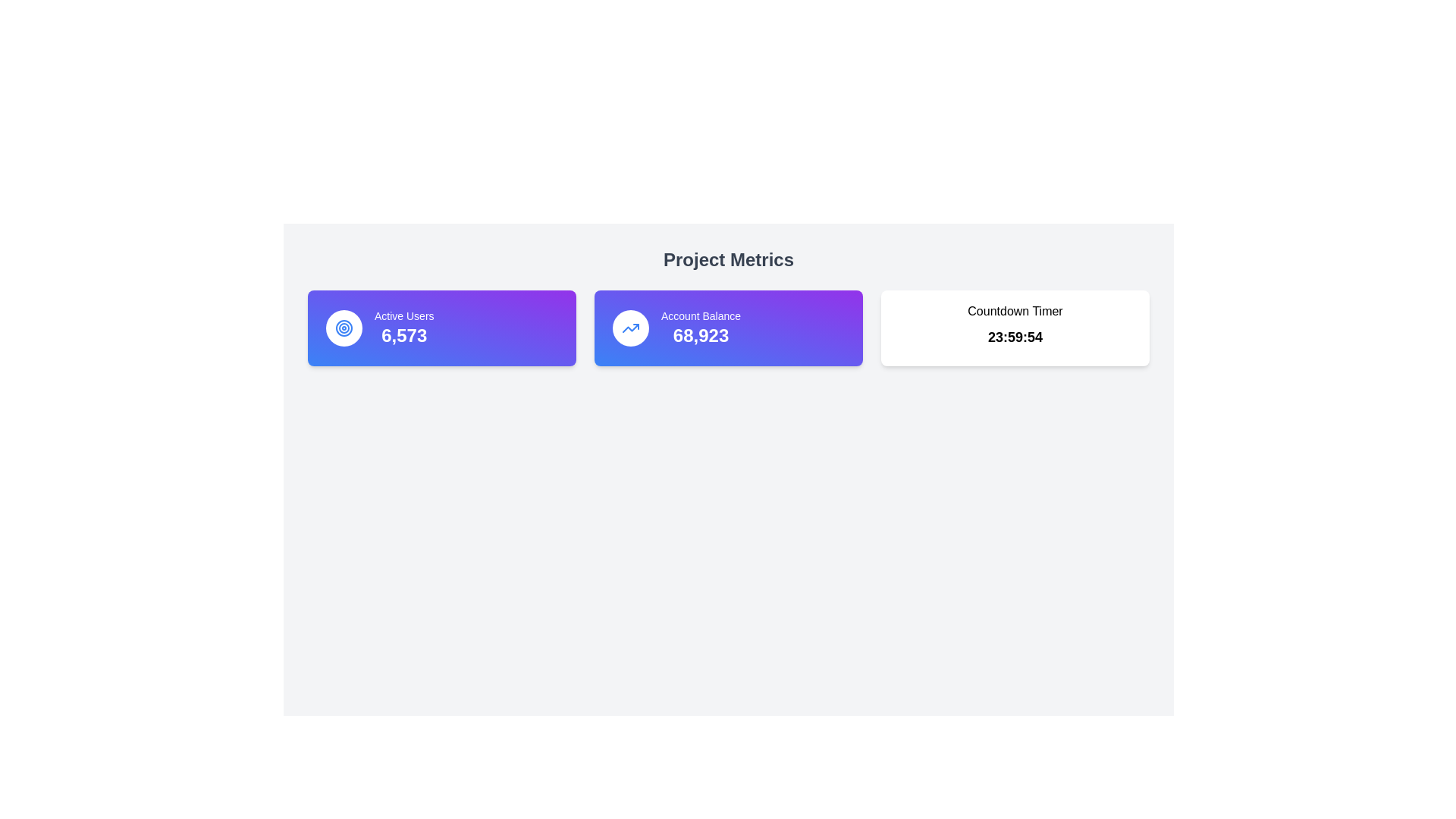 Image resolution: width=1456 pixels, height=819 pixels. Describe the element at coordinates (700, 315) in the screenshot. I see `the text label indicating the account balance metric located in the second card of a horizontal row of three cards, positioned above the numeric value '68,923'` at that location.